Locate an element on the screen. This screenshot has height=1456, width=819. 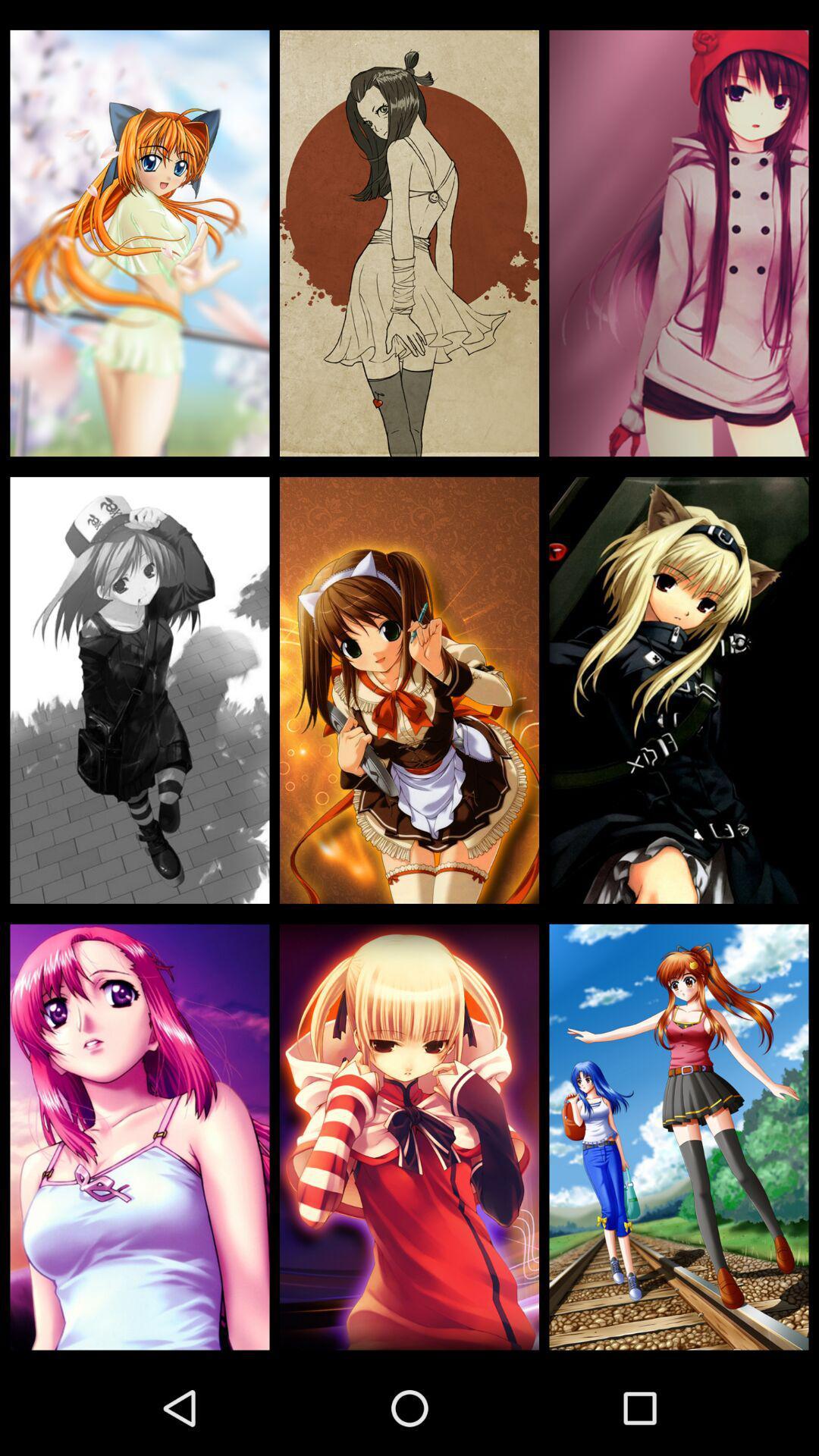
the icon at the bottom left corner is located at coordinates (140, 1137).